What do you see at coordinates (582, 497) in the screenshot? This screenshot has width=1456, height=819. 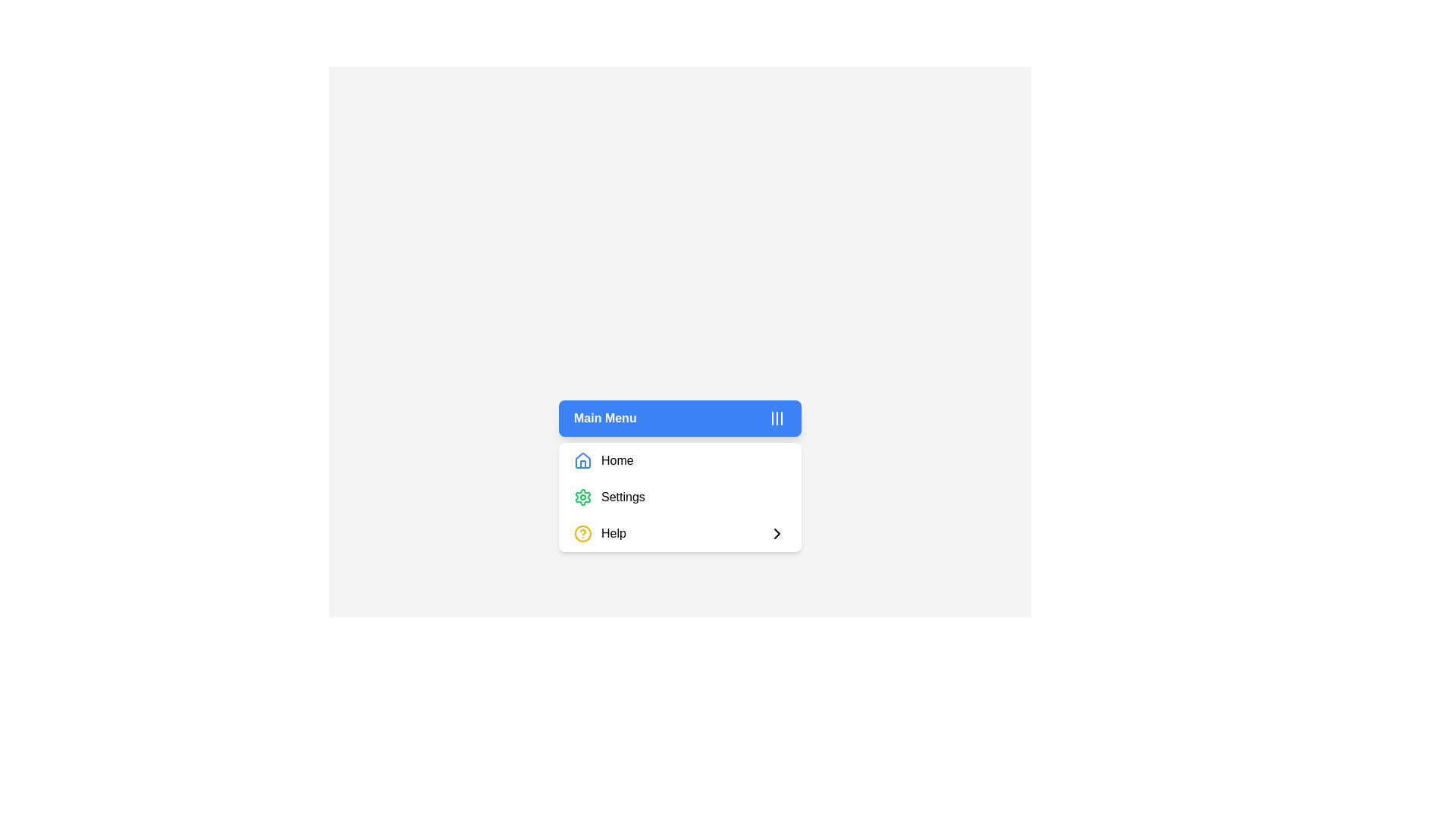 I see `the green cogwheel icon located next to the 'Settings' text in the vertical menu` at bounding box center [582, 497].